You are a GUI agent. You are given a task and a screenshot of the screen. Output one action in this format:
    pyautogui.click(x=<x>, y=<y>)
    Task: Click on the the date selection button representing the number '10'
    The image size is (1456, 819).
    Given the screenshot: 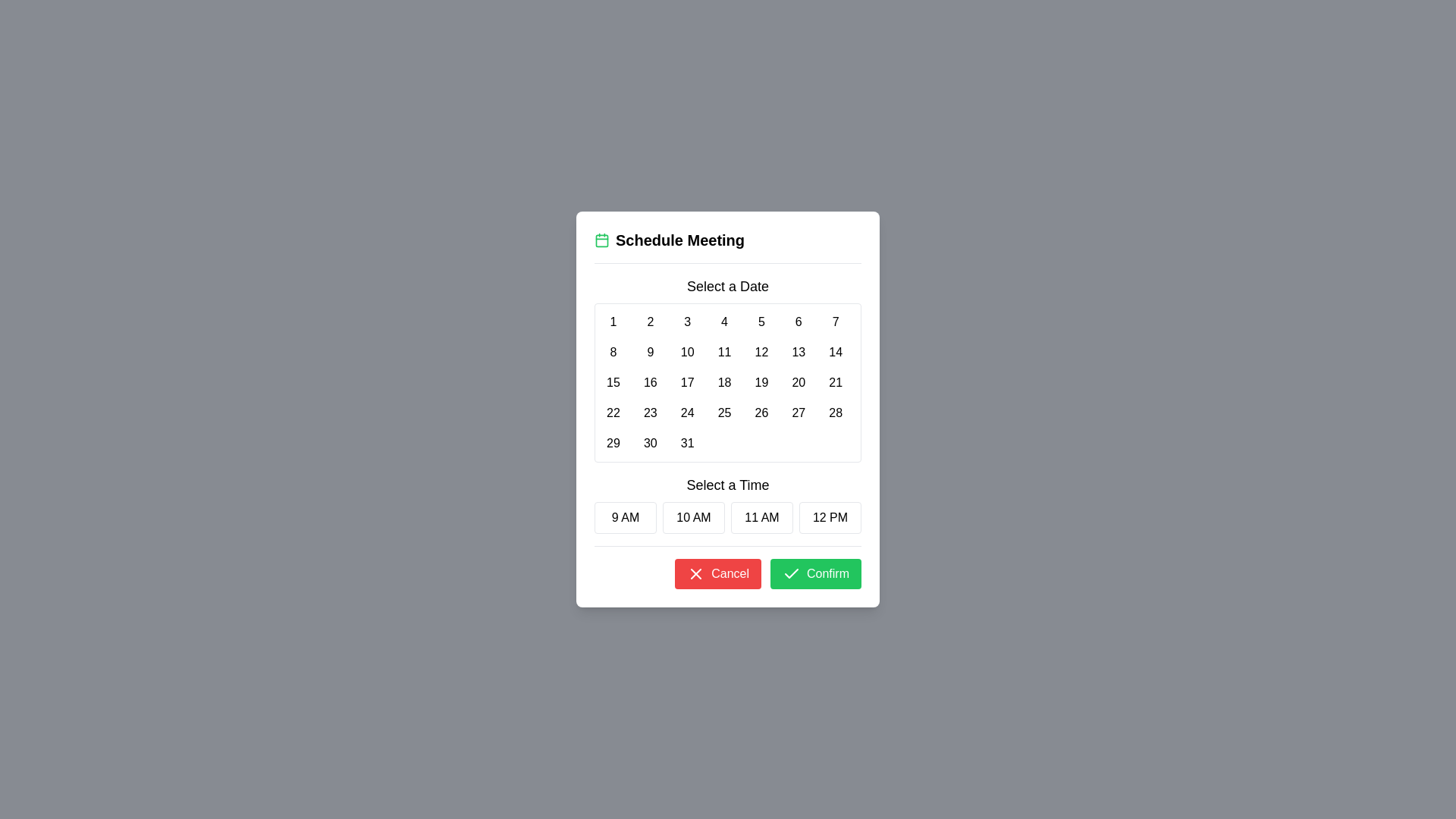 What is the action you would take?
    pyautogui.click(x=686, y=353)
    